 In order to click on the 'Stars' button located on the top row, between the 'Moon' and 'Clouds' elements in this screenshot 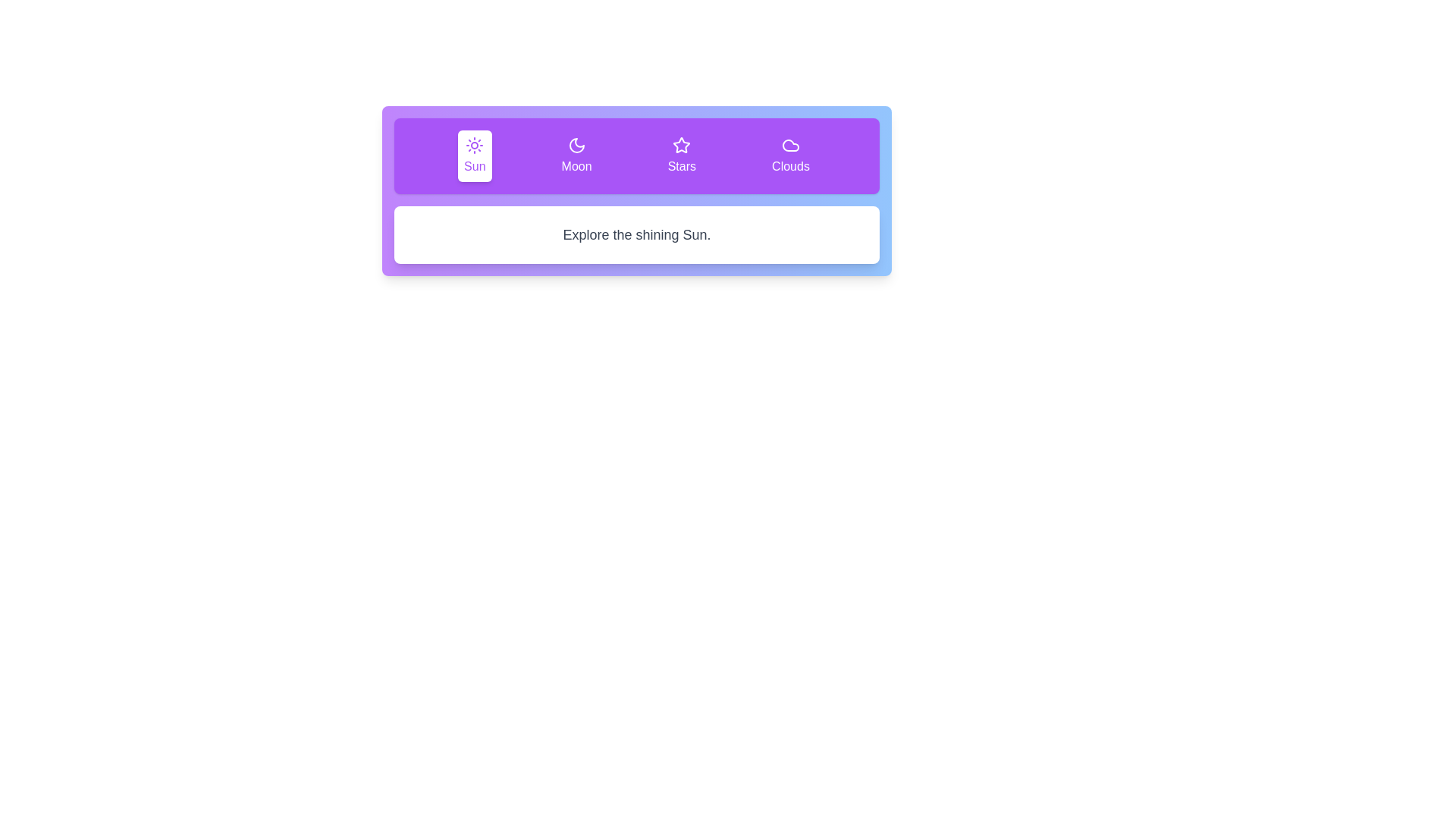, I will do `click(681, 155)`.